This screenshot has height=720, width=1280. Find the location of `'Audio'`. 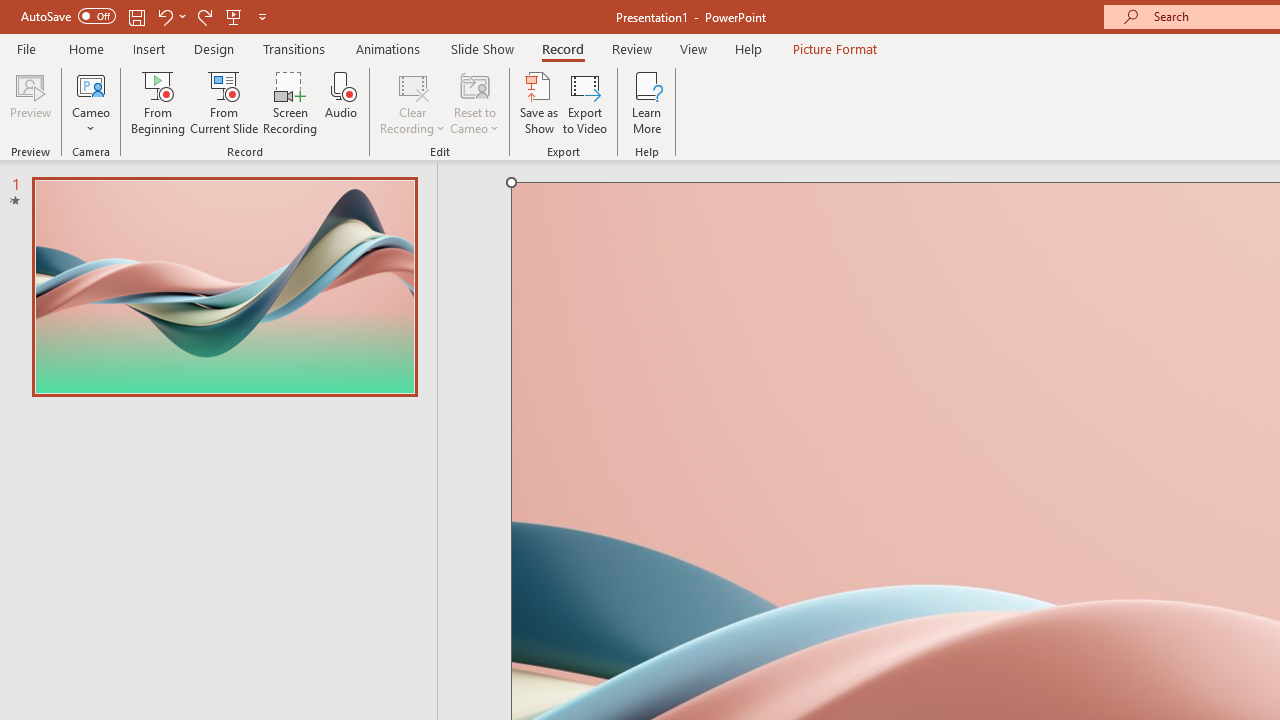

'Audio' is located at coordinates (341, 103).